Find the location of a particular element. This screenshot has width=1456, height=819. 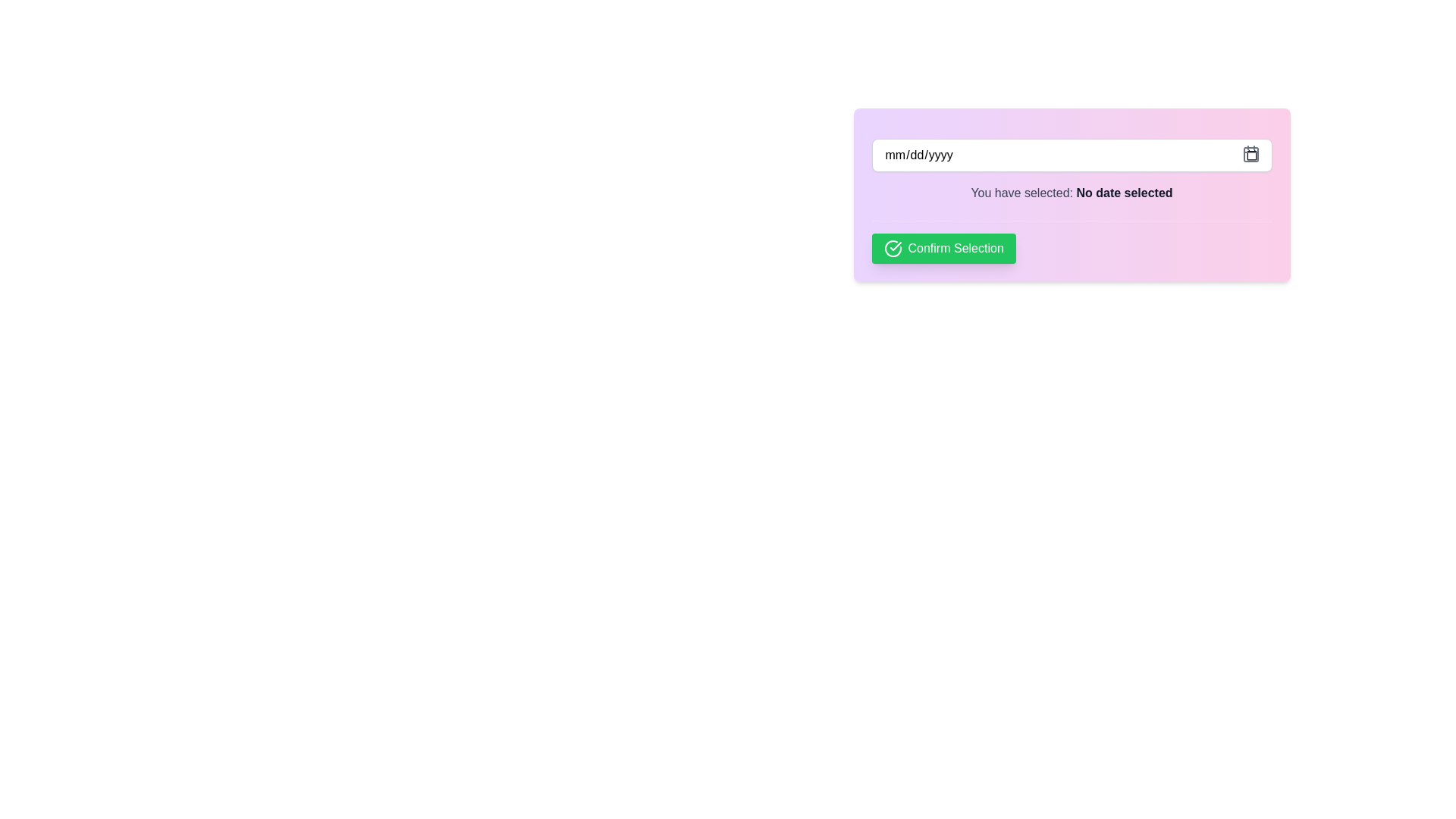

the green 'Confirm Selection' button with a white checkmark icon to confirm the selection is located at coordinates (943, 247).